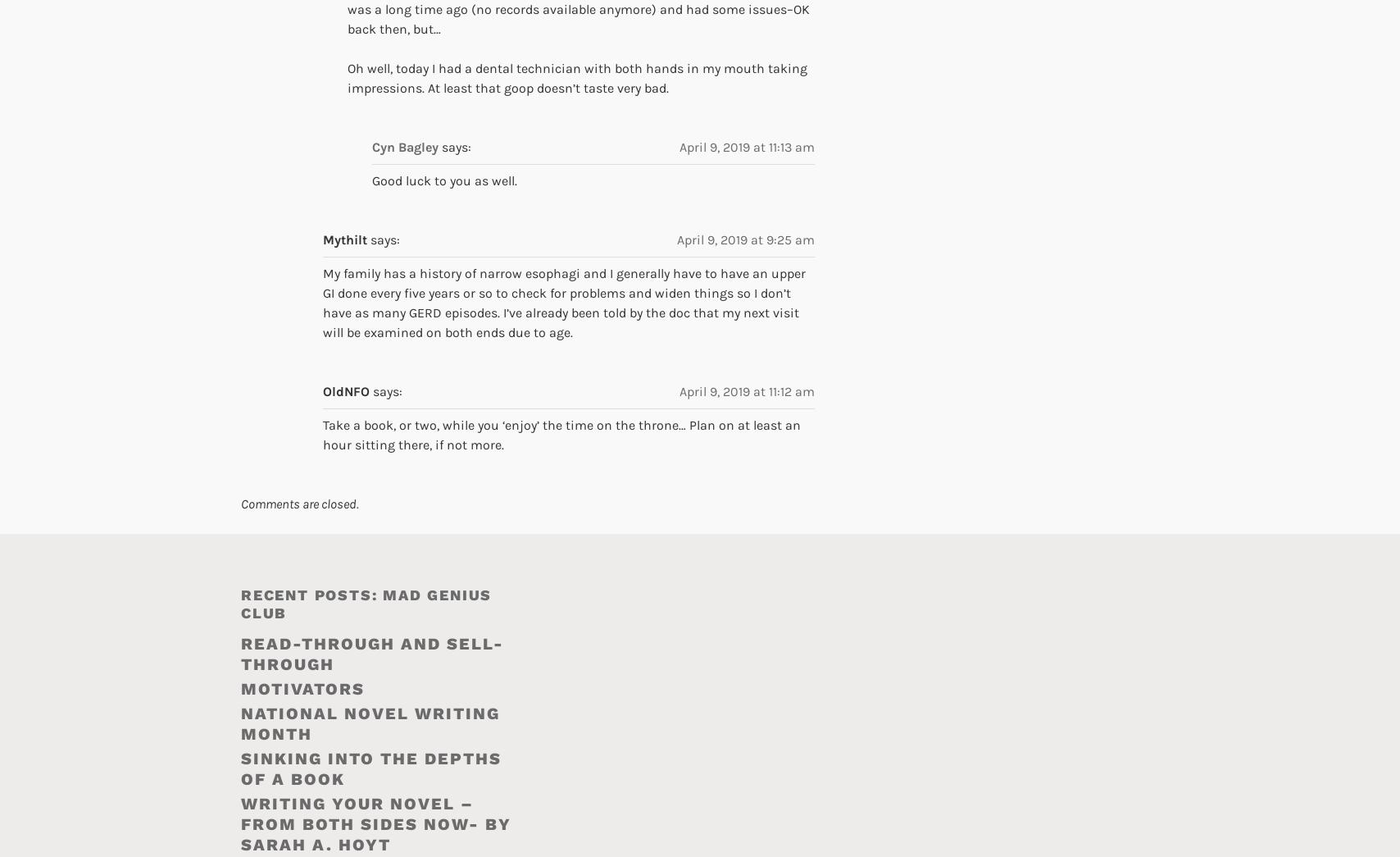 The image size is (1400, 857). Describe the element at coordinates (371, 180) in the screenshot. I see `'Good luck to you as well.'` at that location.